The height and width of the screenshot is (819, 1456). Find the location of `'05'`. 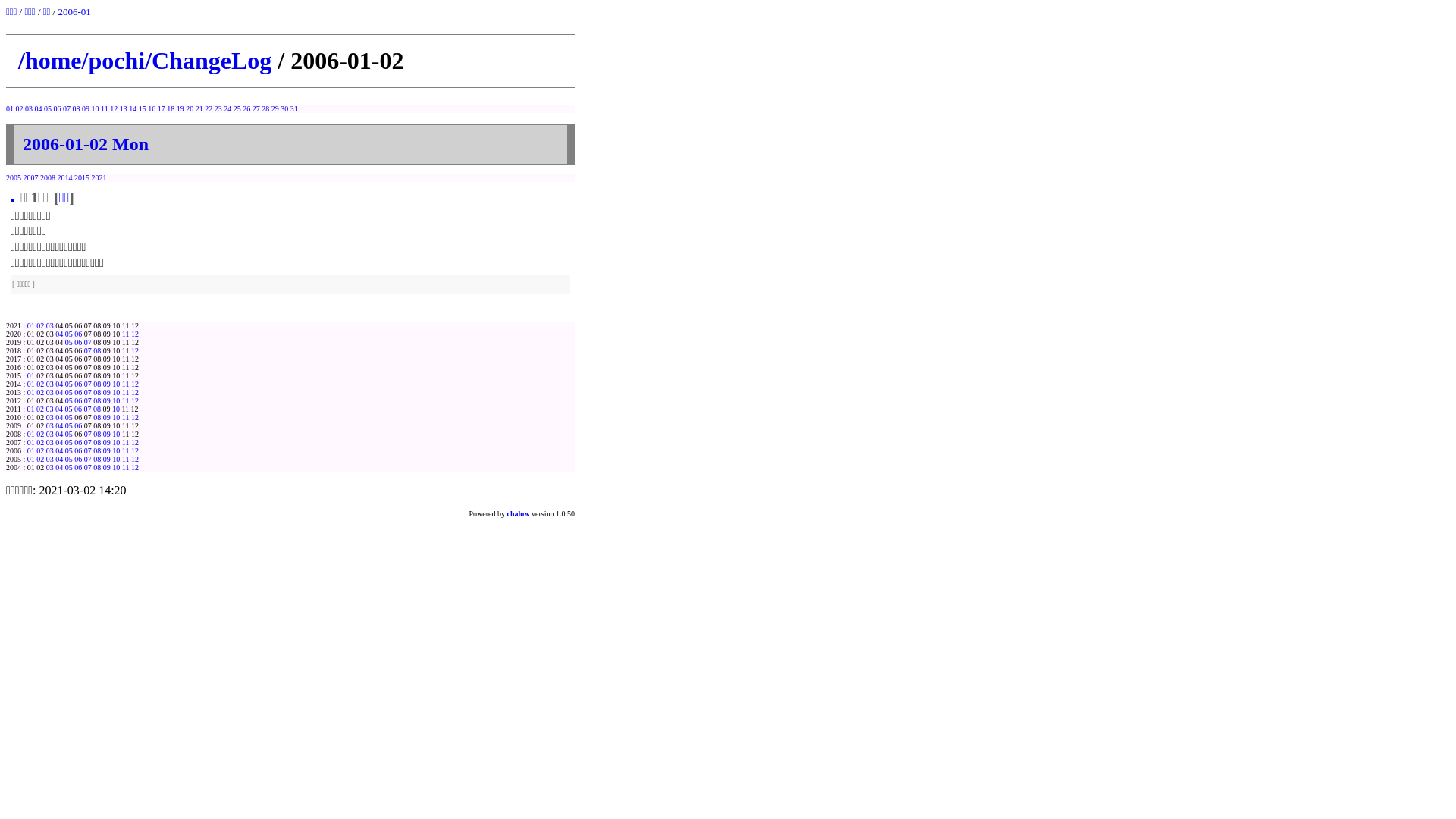

'05' is located at coordinates (64, 450).